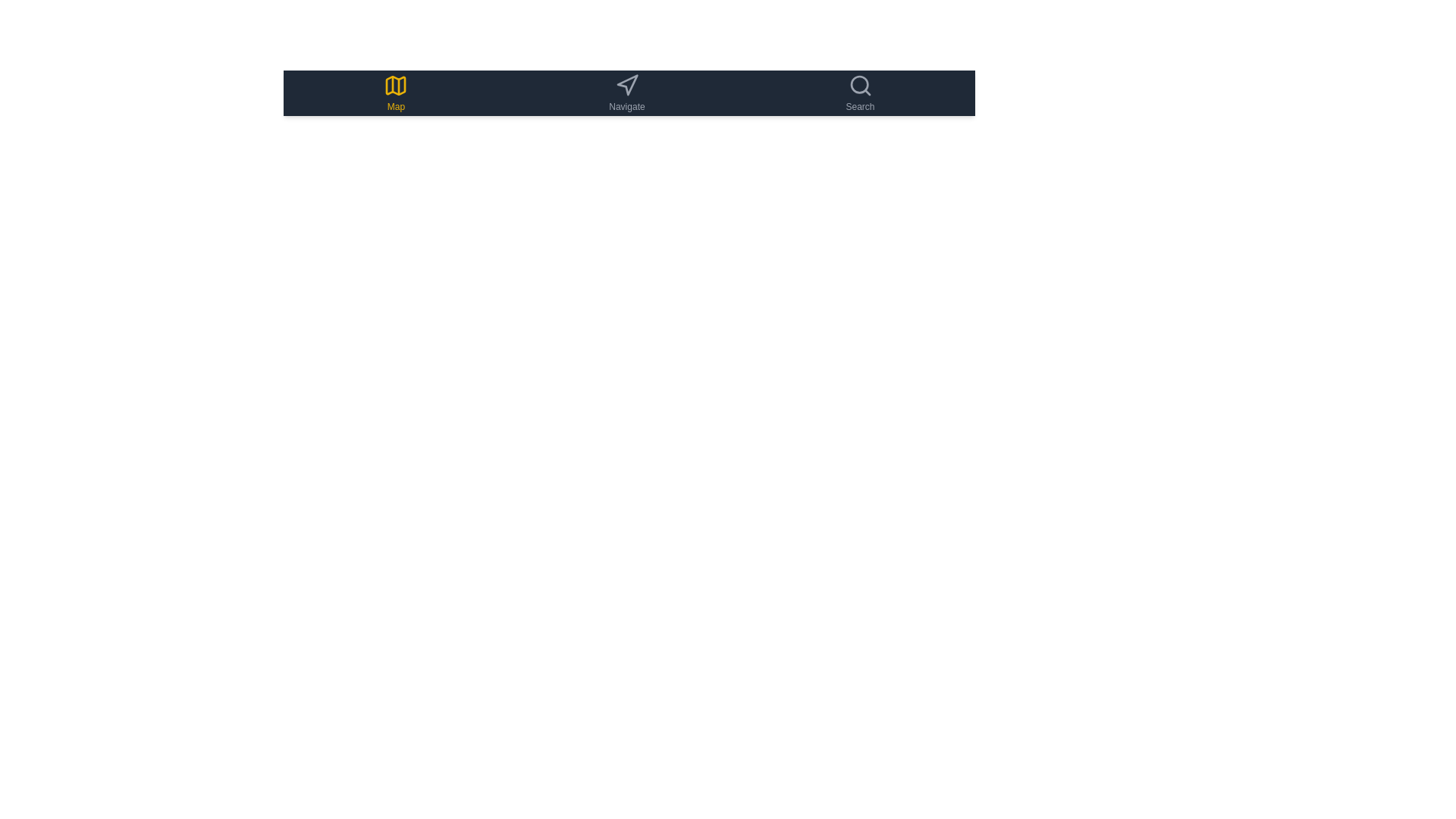 Image resolution: width=1456 pixels, height=819 pixels. What do you see at coordinates (859, 93) in the screenshot?
I see `the 'Search' navigation button located at the rightmost position in the horizontal navigation bar` at bounding box center [859, 93].